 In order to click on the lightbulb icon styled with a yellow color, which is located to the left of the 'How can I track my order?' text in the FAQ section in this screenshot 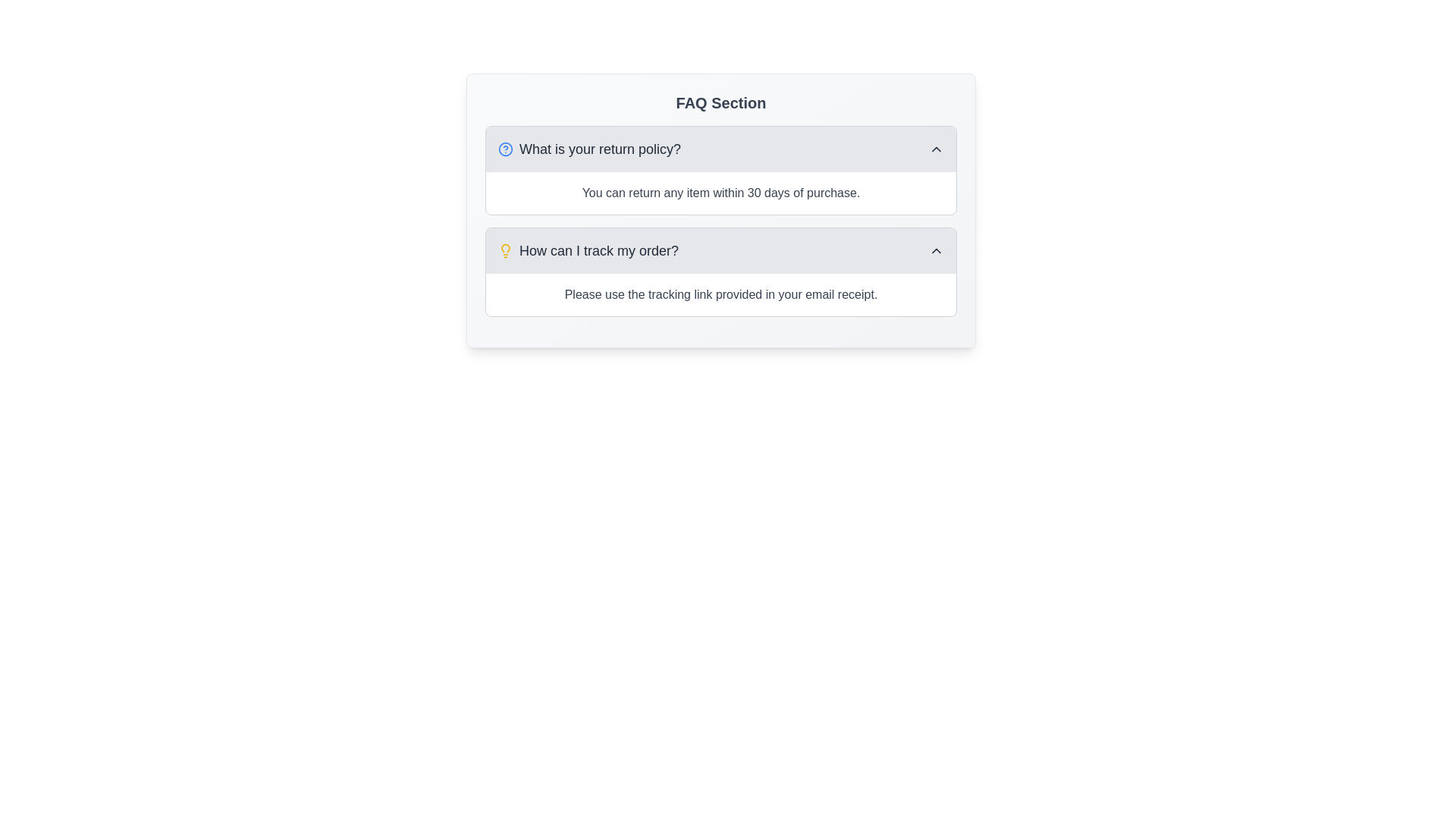, I will do `click(506, 250)`.